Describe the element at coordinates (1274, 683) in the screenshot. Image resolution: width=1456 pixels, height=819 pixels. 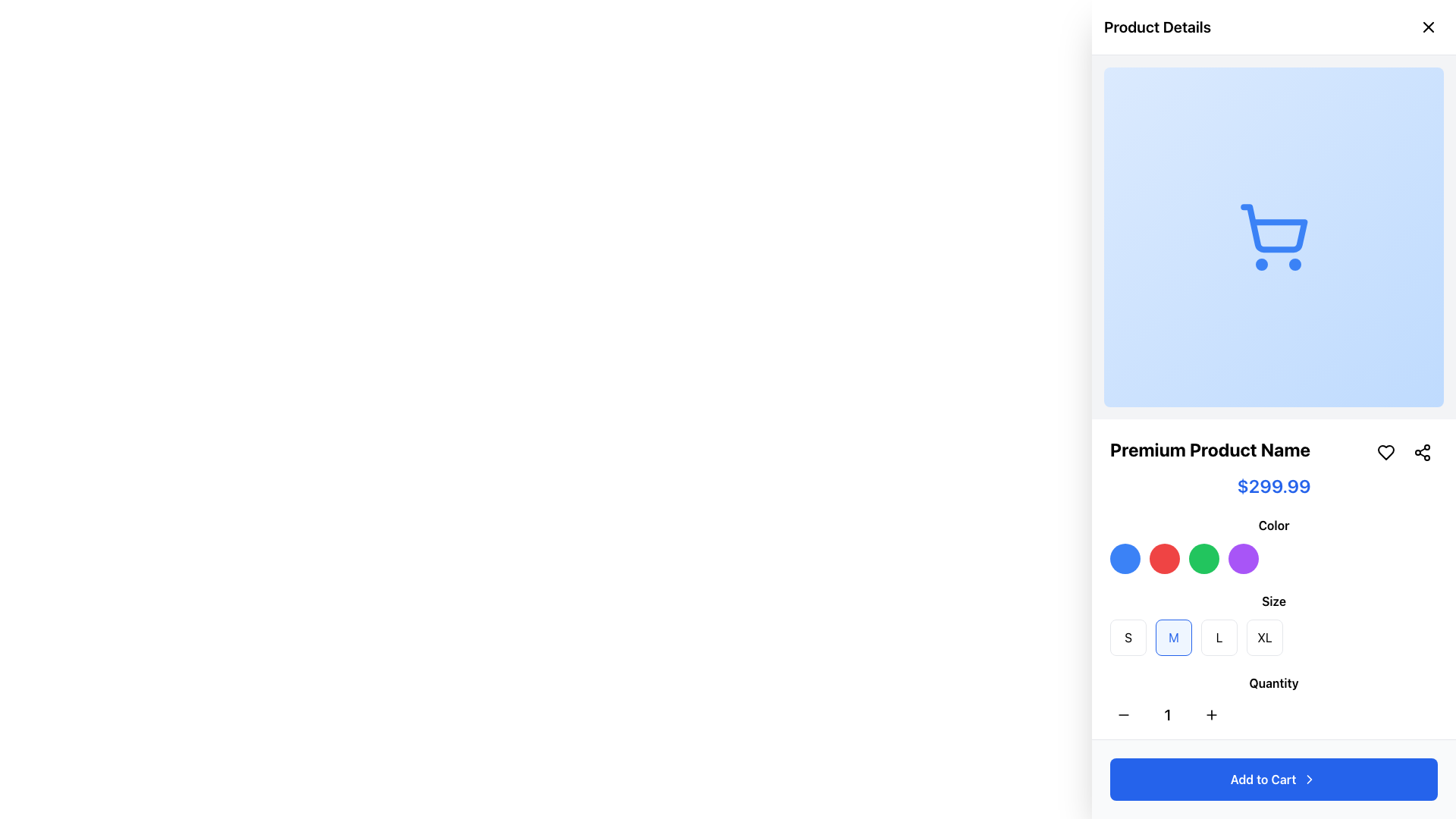
I see `label text that indicates the quantity adjustment functionality, which is positioned directly above the quantity adjustment UI` at that location.